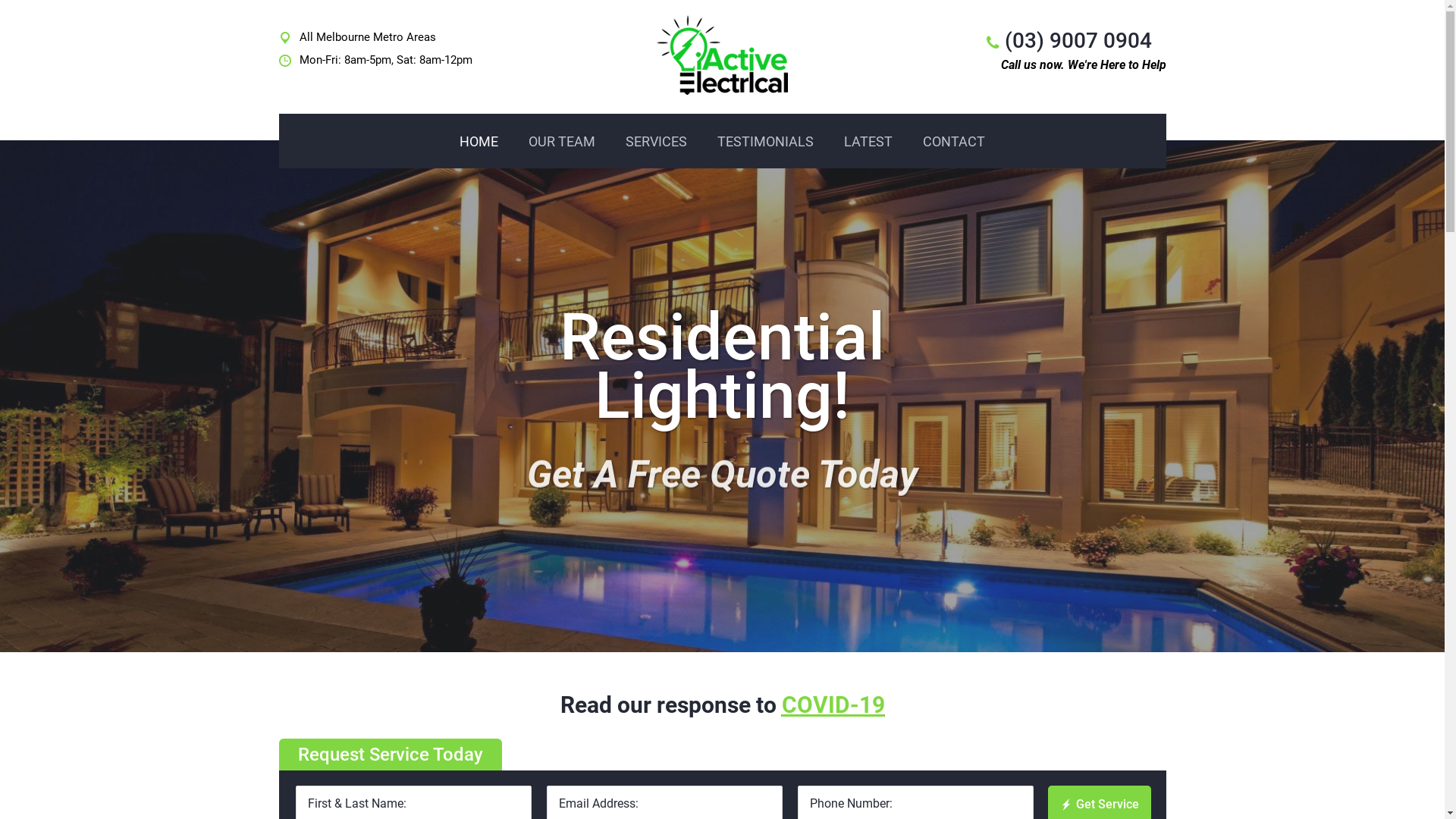 This screenshot has width=1456, height=819. What do you see at coordinates (656, 141) in the screenshot?
I see `'SERVICES'` at bounding box center [656, 141].